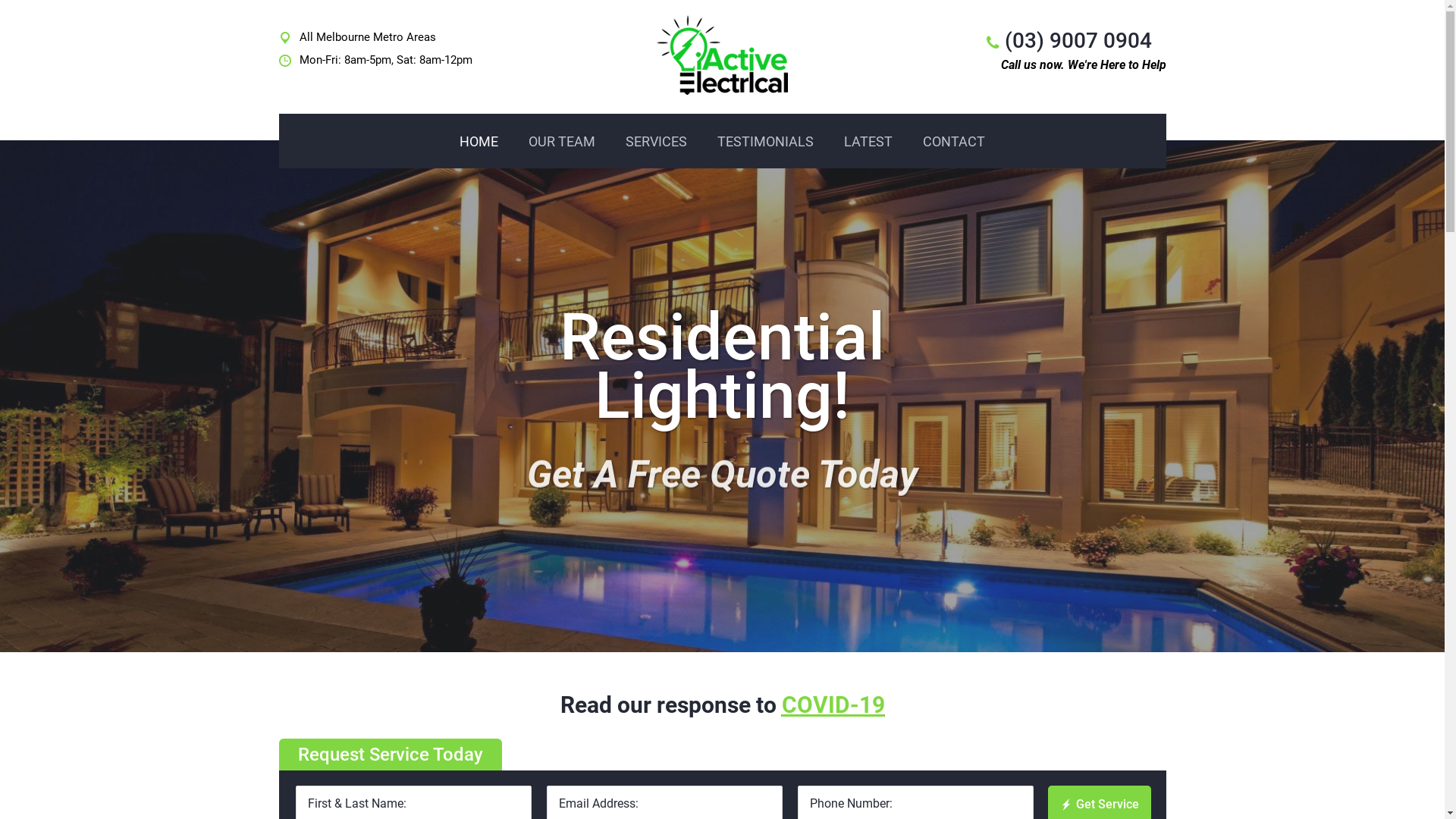 This screenshot has width=1456, height=819. What do you see at coordinates (656, 141) in the screenshot?
I see `'SERVICES'` at bounding box center [656, 141].